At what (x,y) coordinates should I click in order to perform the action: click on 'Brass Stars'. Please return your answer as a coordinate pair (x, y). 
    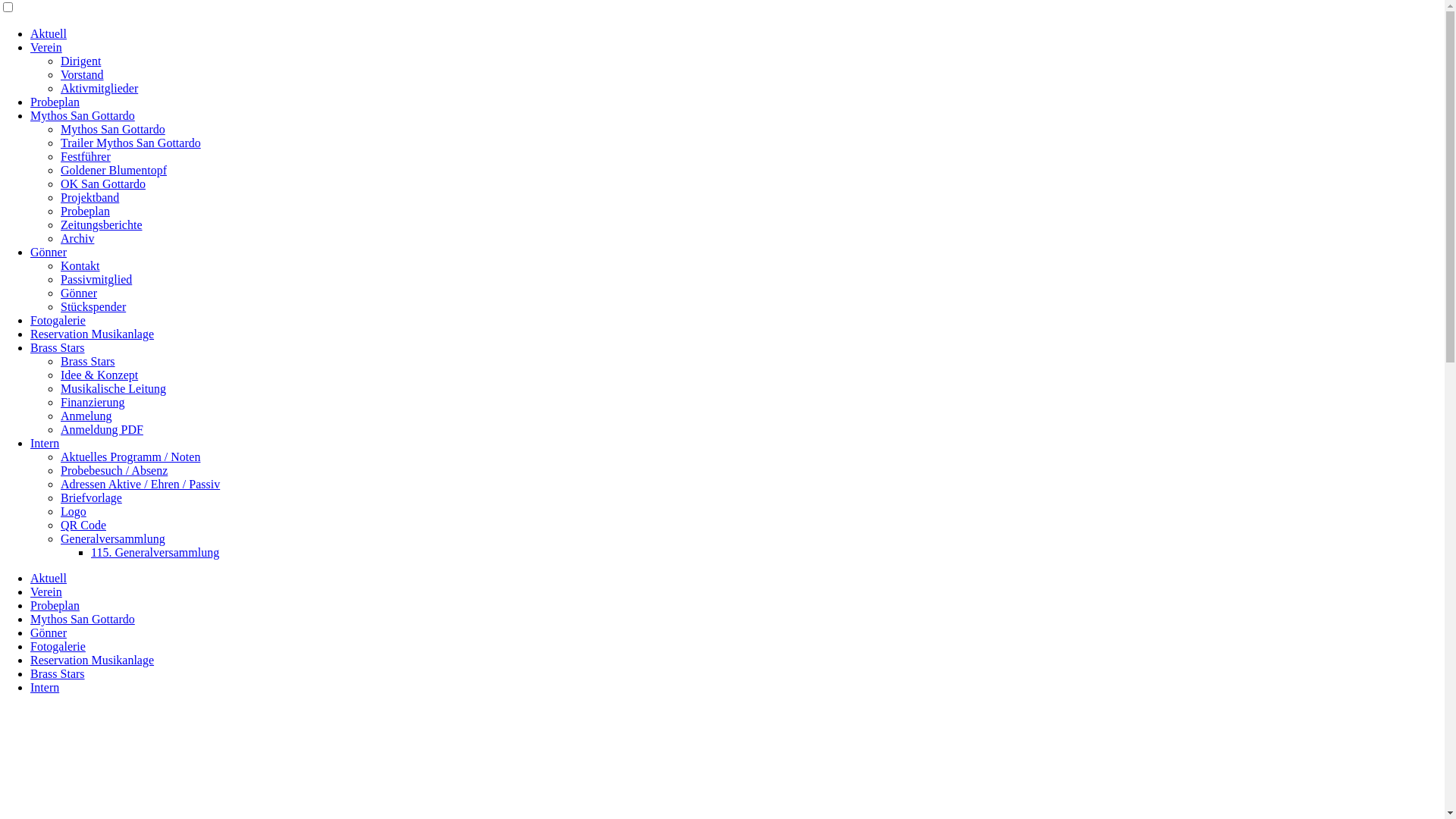
    Looking at the image, I should click on (58, 347).